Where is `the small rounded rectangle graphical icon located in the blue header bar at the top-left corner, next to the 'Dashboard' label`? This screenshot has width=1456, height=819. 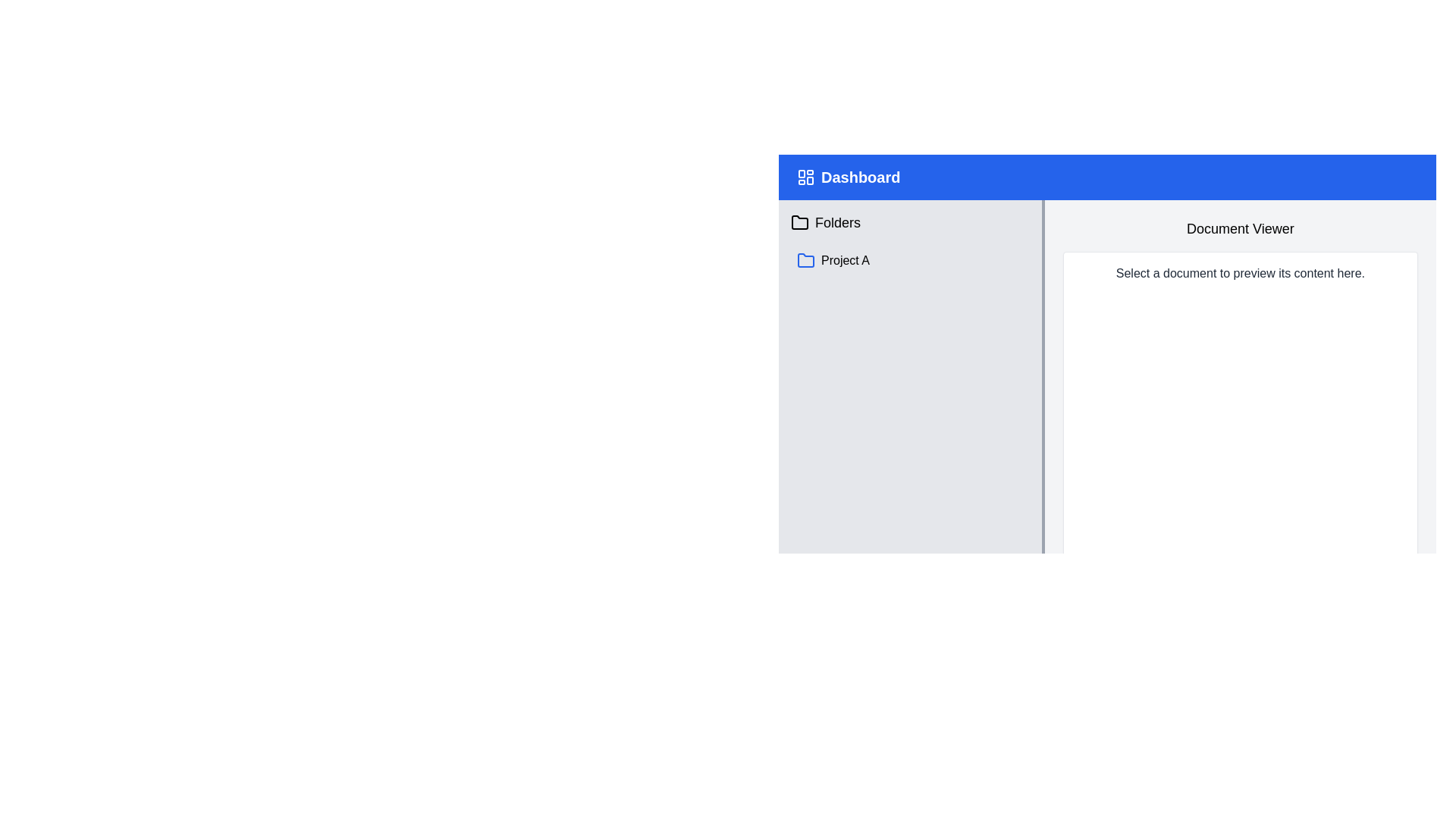 the small rounded rectangle graphical icon located in the blue header bar at the top-left corner, next to the 'Dashboard' label is located at coordinates (809, 180).